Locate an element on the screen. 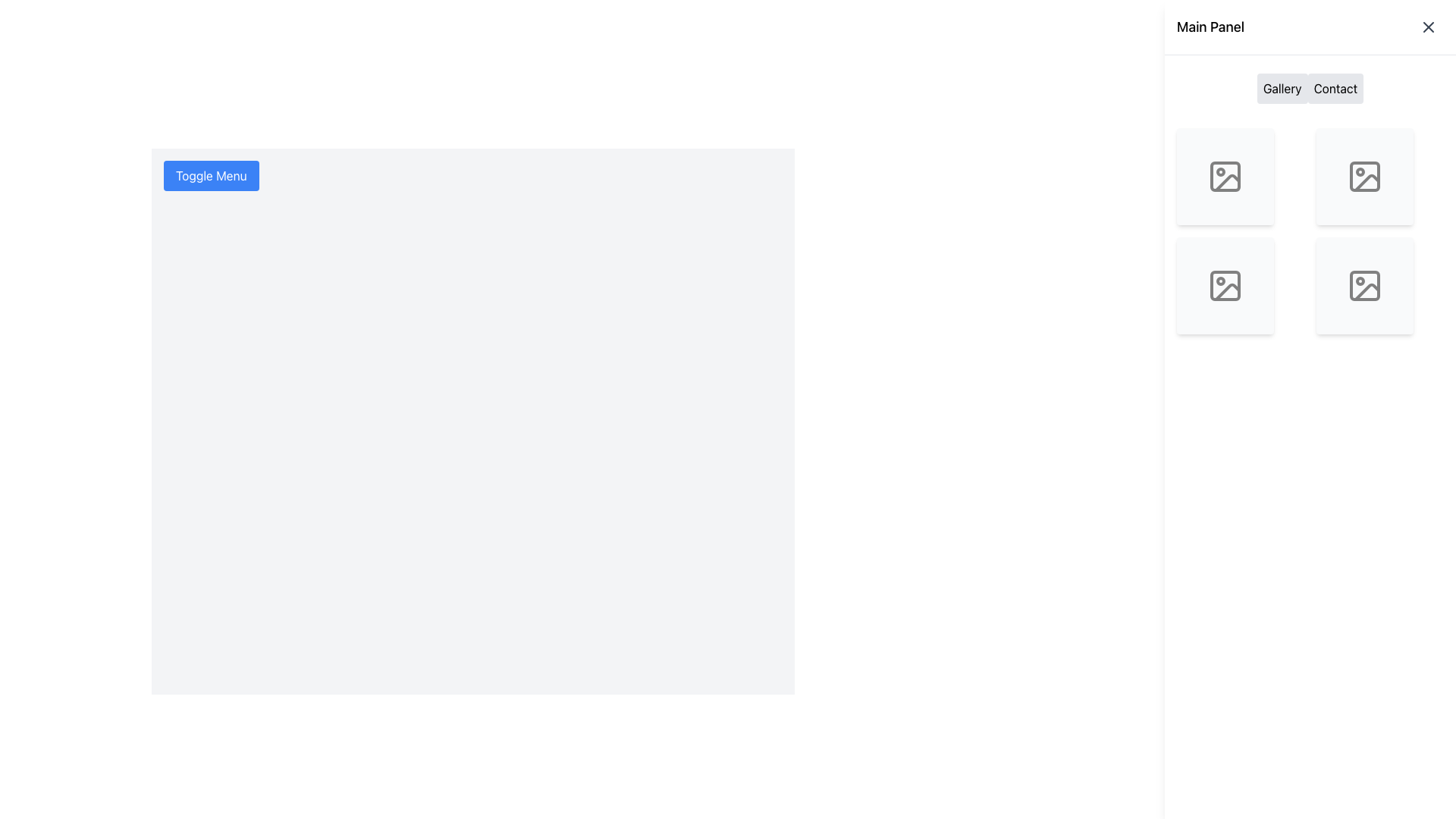  non-interactive decorative SVG rectangle located in the bottom-left icon of the grid in the right panel is located at coordinates (1225, 286).